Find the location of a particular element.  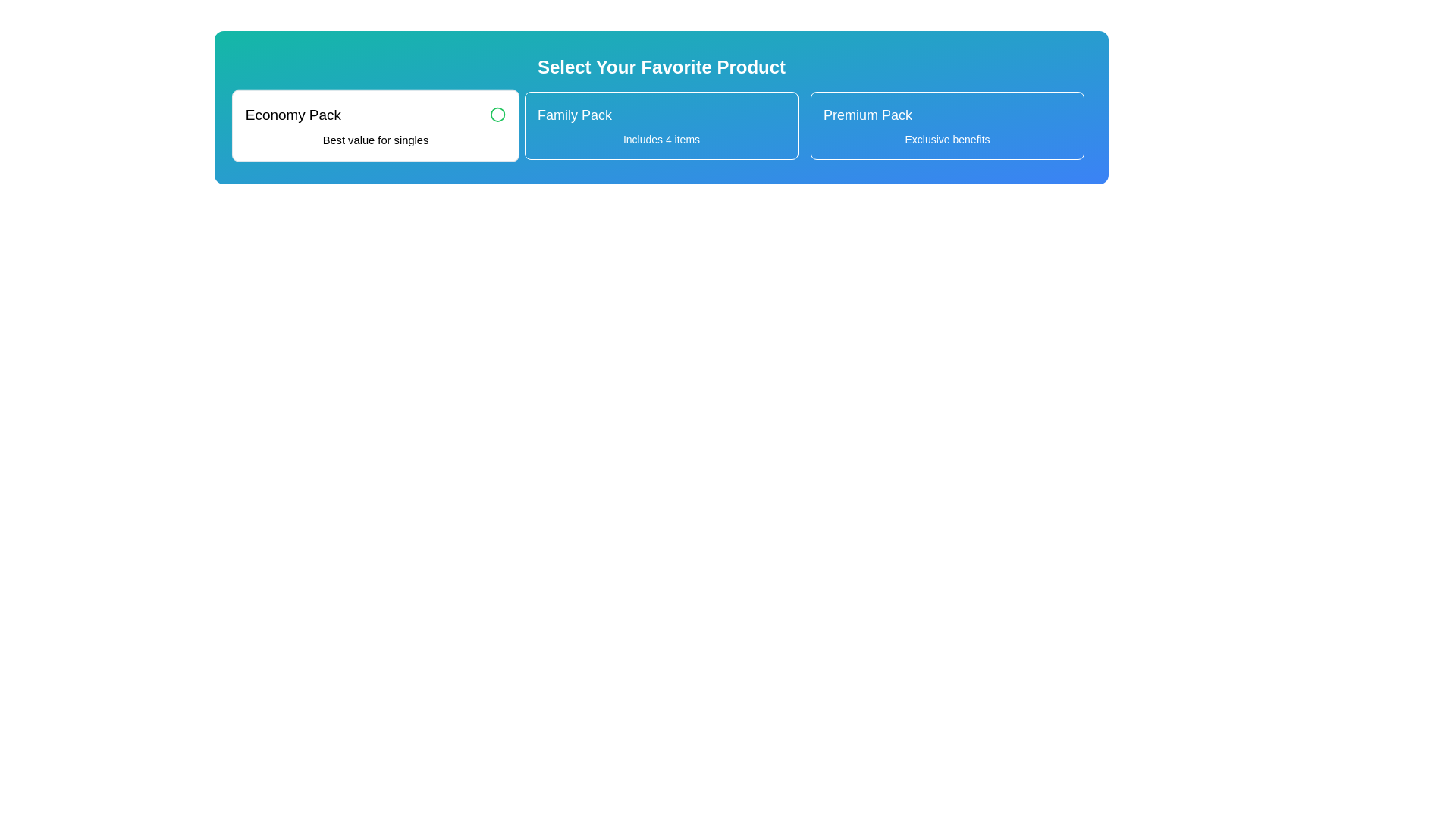

the 'Family Pack' button, which is a blue card with a bold title and a subtitle, positioned in the middle of three product options is located at coordinates (661, 124).